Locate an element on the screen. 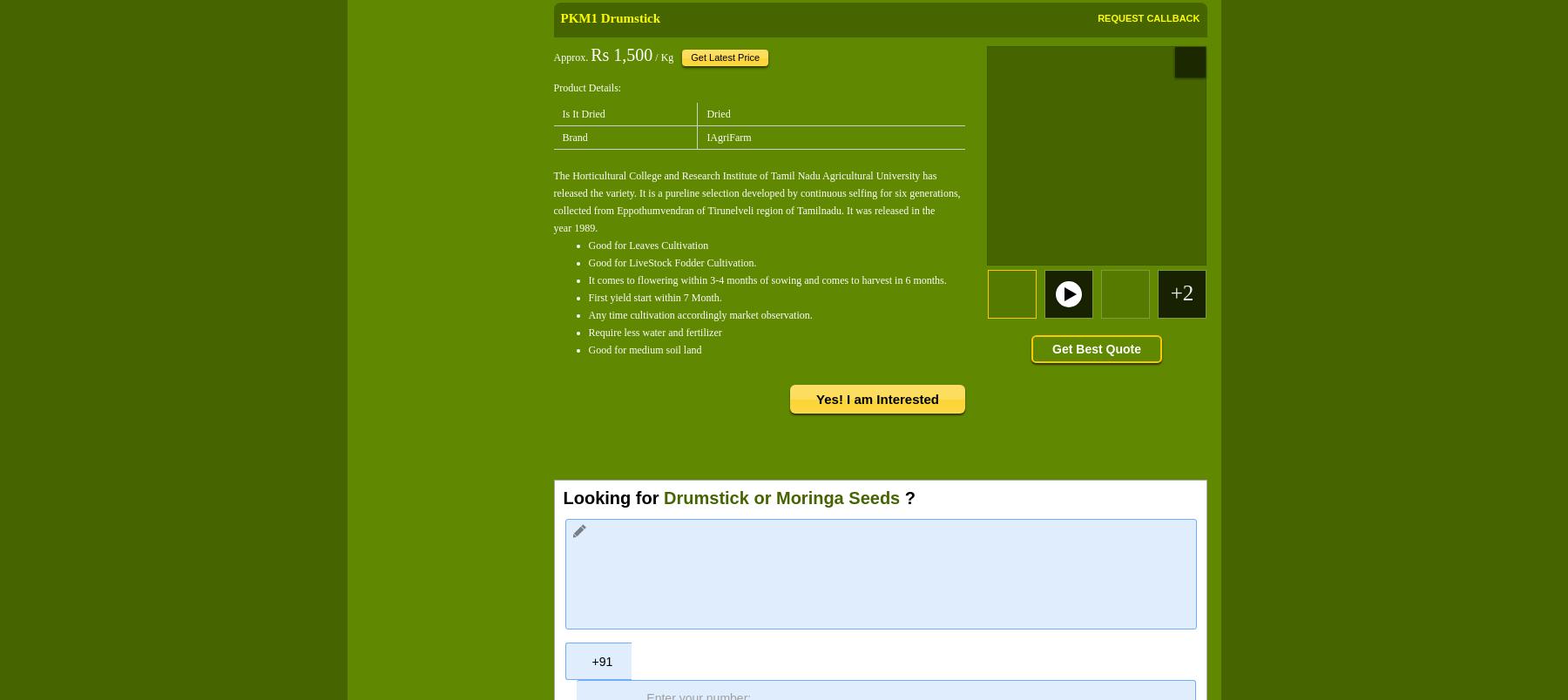  'Brand' is located at coordinates (574, 136).